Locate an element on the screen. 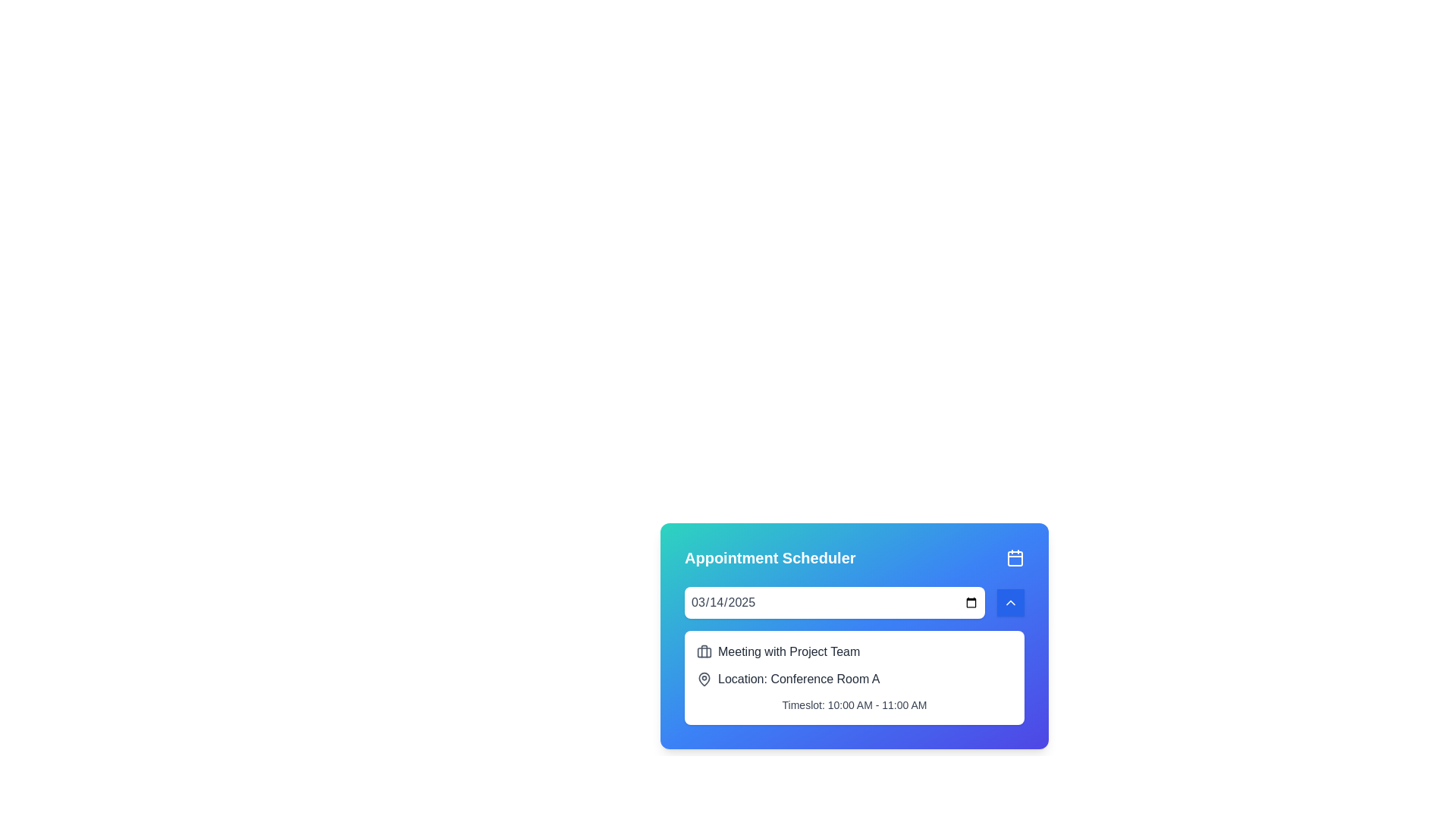  the increment button located to the right of the date input field is located at coordinates (1011, 601).